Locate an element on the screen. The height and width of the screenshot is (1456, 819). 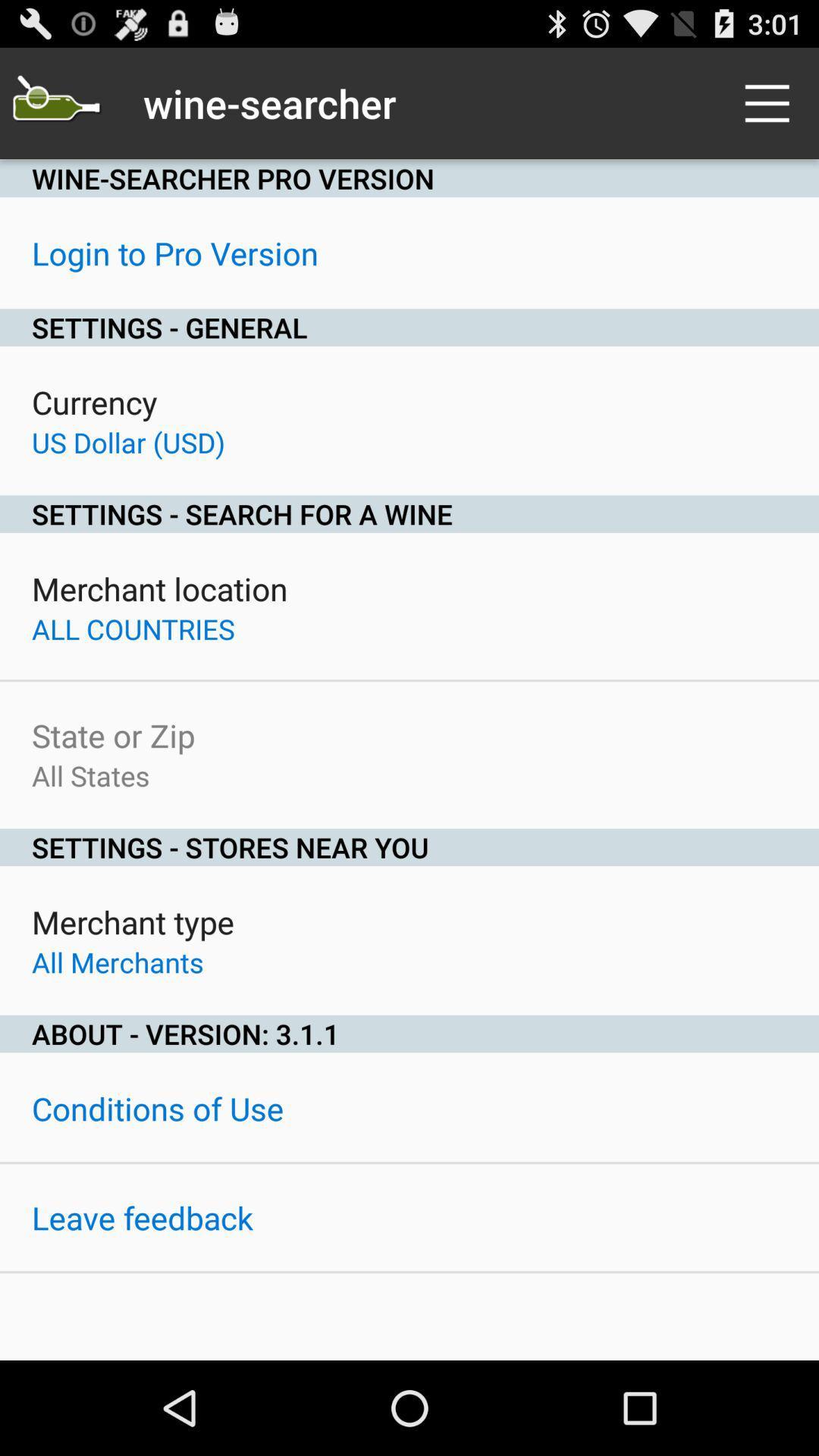
the item above the state or zip item is located at coordinates (132, 629).